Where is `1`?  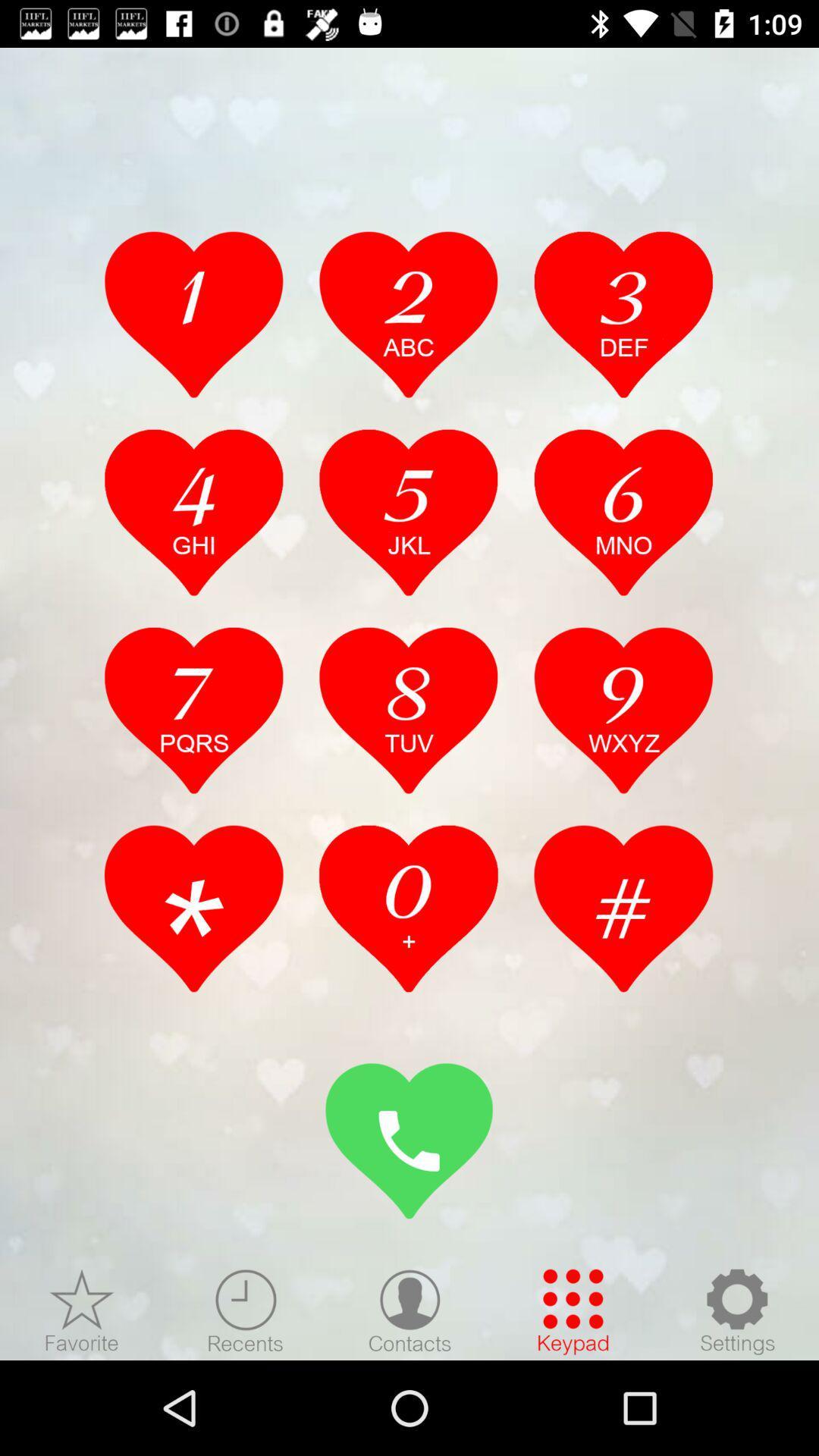
1 is located at coordinates (193, 313).